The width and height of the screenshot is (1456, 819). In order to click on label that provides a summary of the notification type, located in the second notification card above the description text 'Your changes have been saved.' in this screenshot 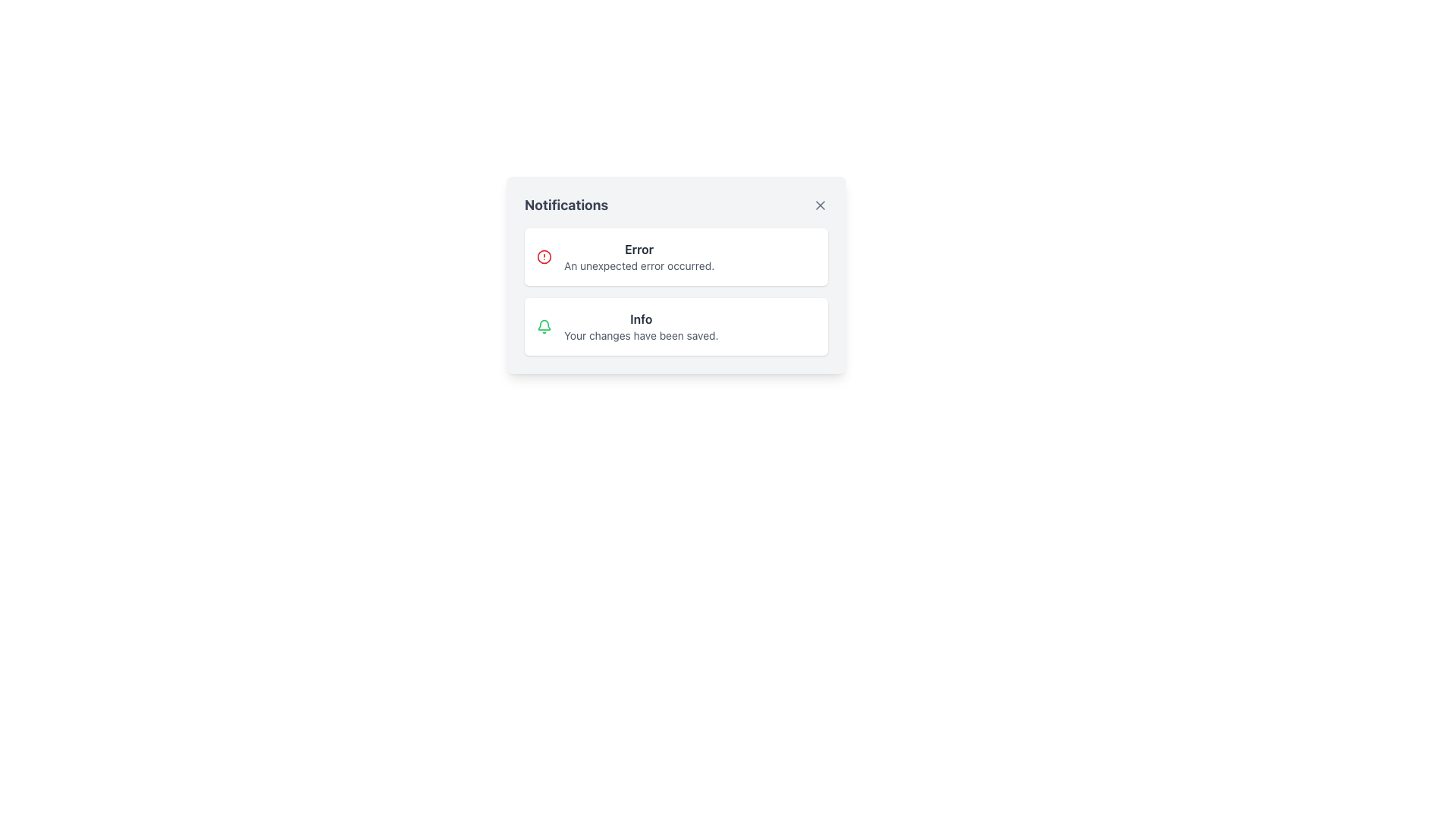, I will do `click(641, 318)`.